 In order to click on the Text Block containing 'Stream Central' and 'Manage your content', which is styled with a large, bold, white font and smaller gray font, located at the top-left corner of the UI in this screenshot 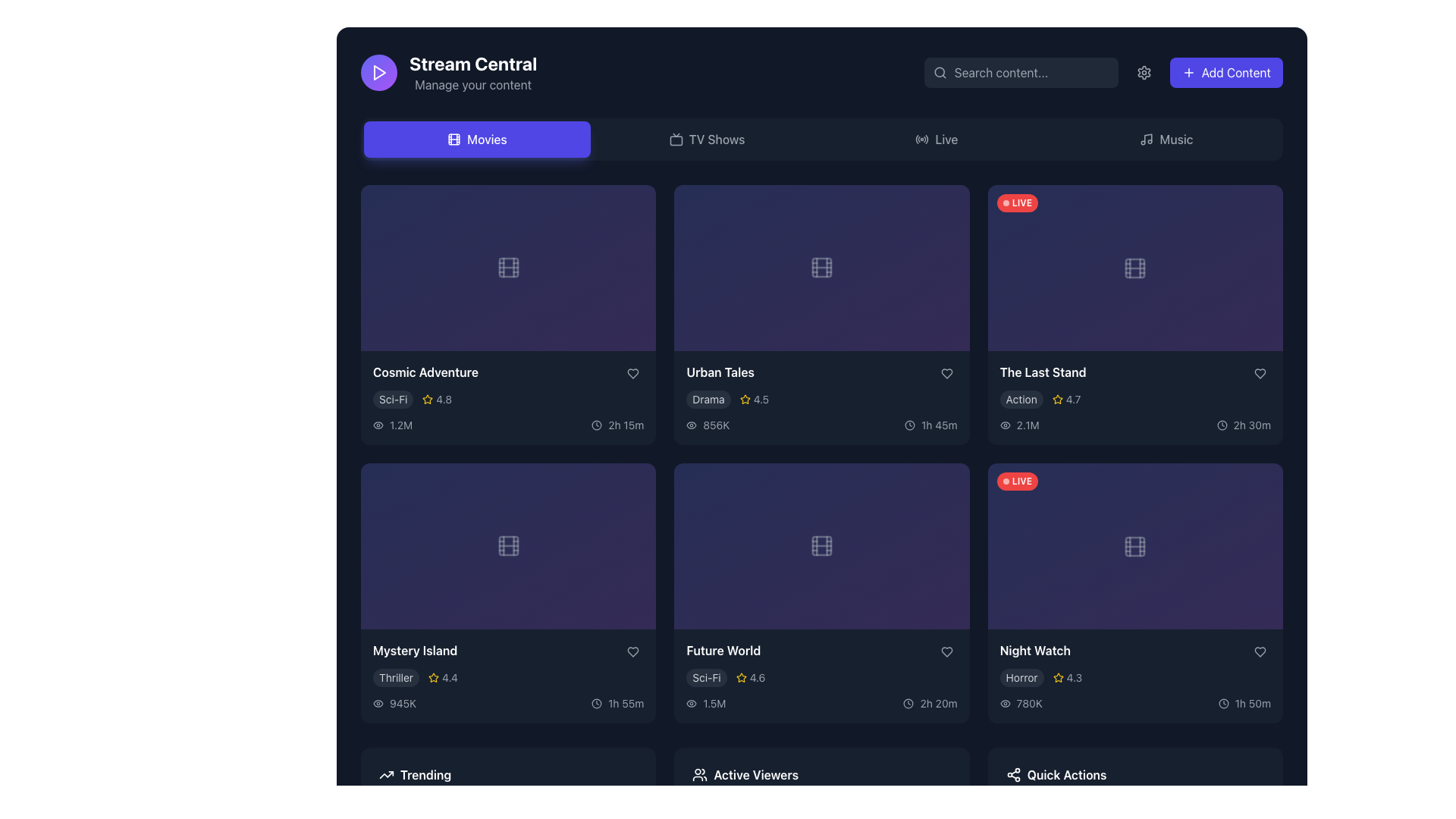, I will do `click(472, 73)`.